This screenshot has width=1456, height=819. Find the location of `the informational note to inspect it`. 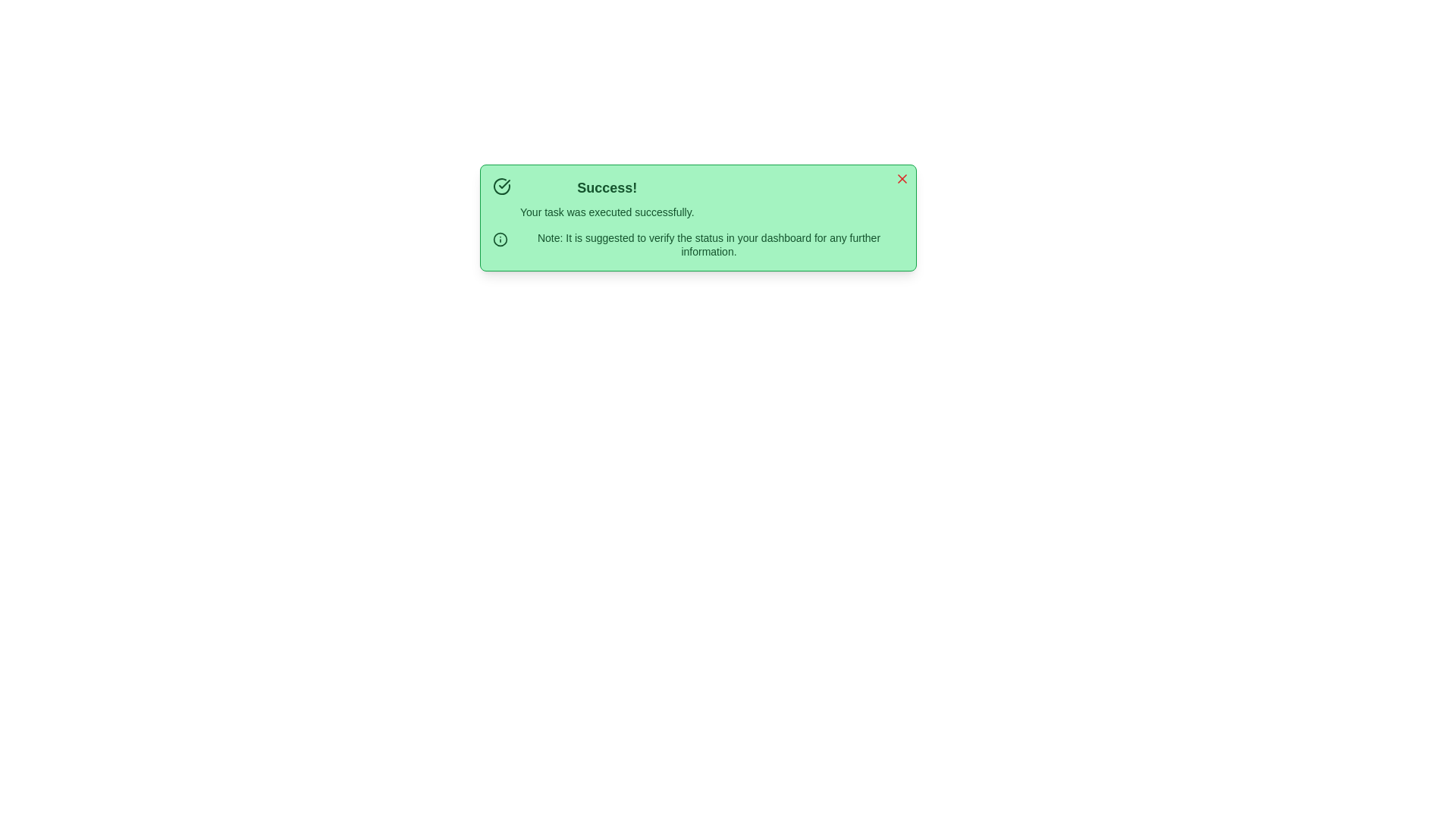

the informational note to inspect it is located at coordinates (698, 244).